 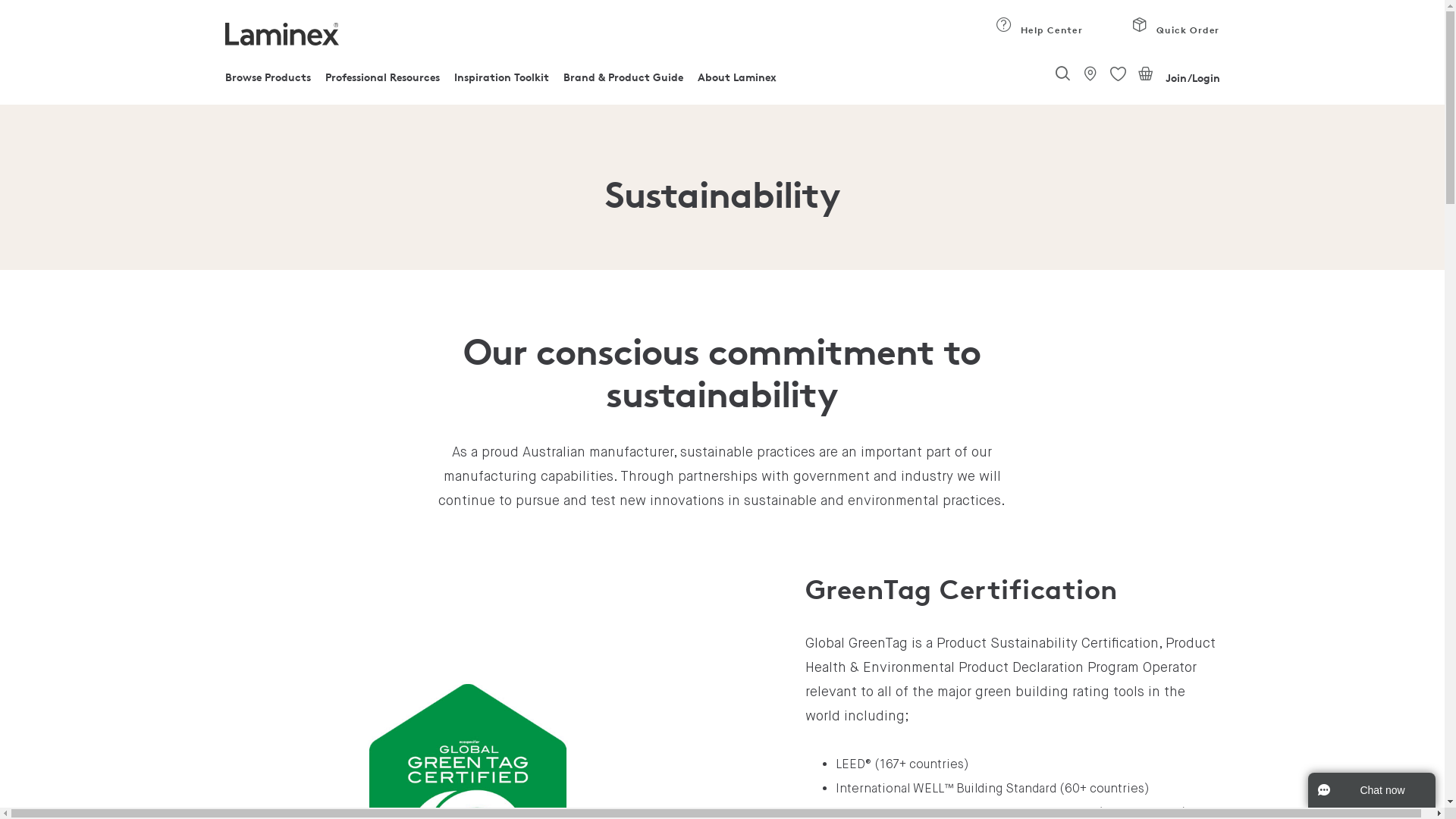 I want to click on 'Help Center', so click(x=1038, y=33).